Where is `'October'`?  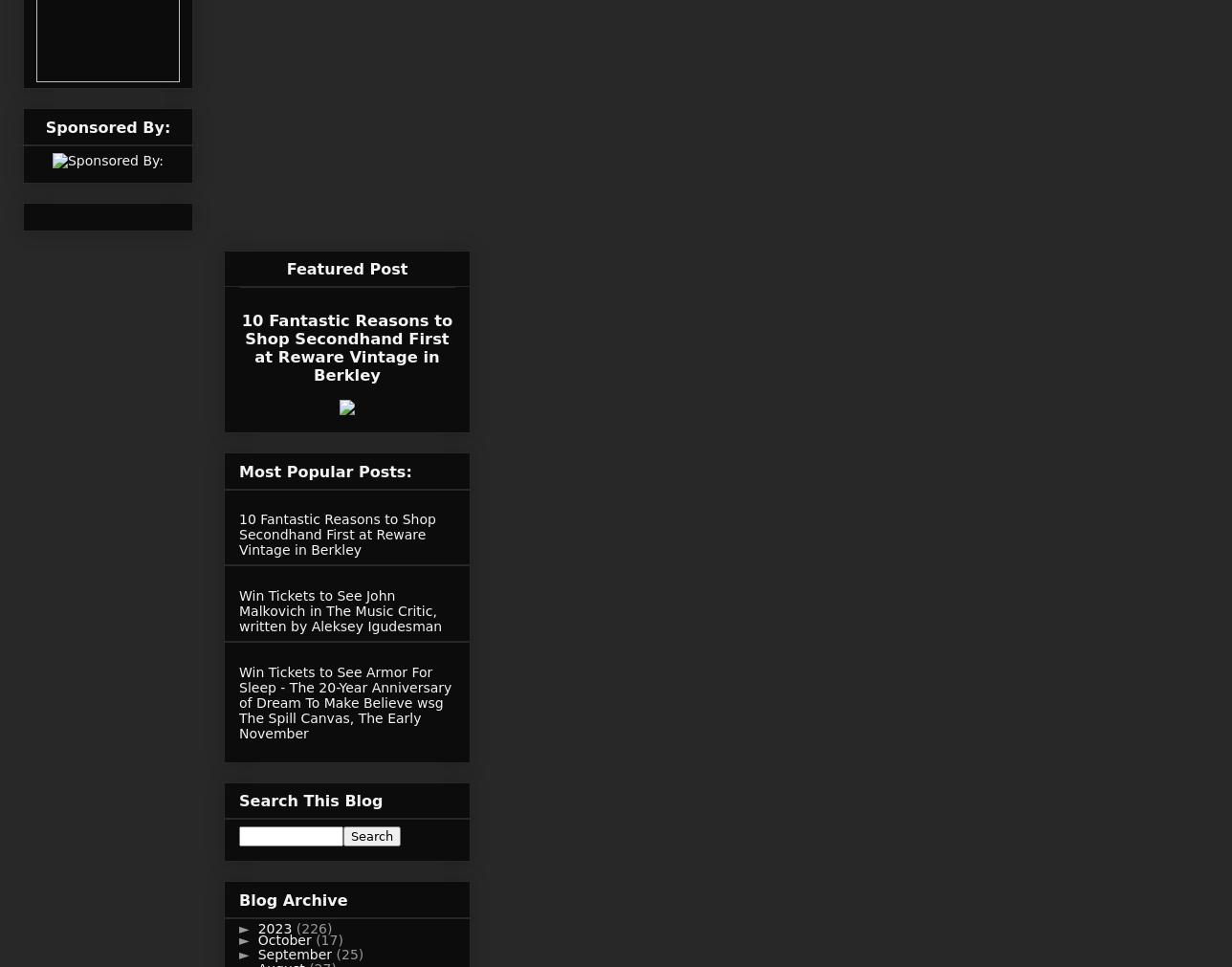
'October' is located at coordinates (286, 938).